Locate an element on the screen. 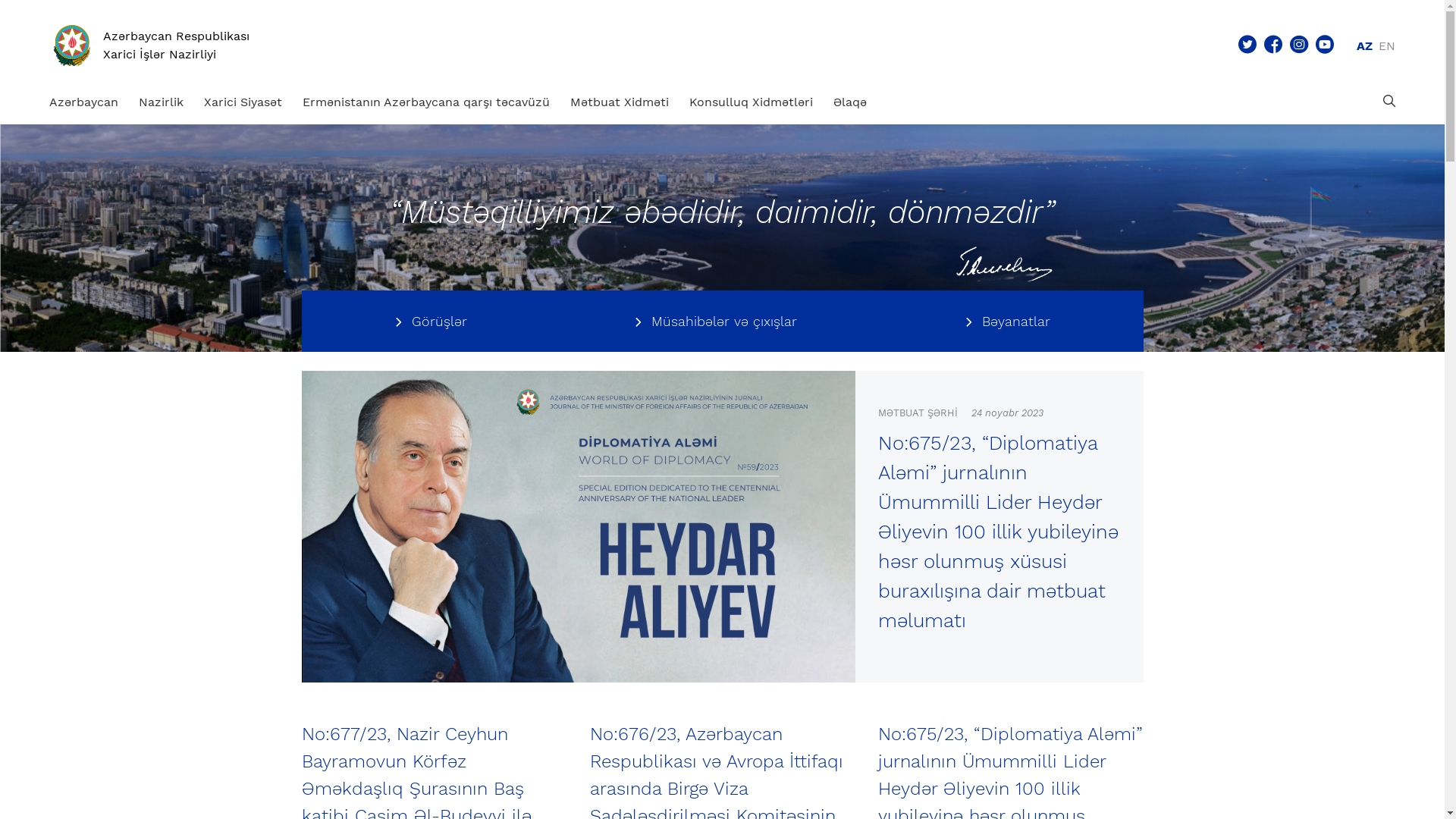  'Sosial menu - Facebook' is located at coordinates (1273, 45).